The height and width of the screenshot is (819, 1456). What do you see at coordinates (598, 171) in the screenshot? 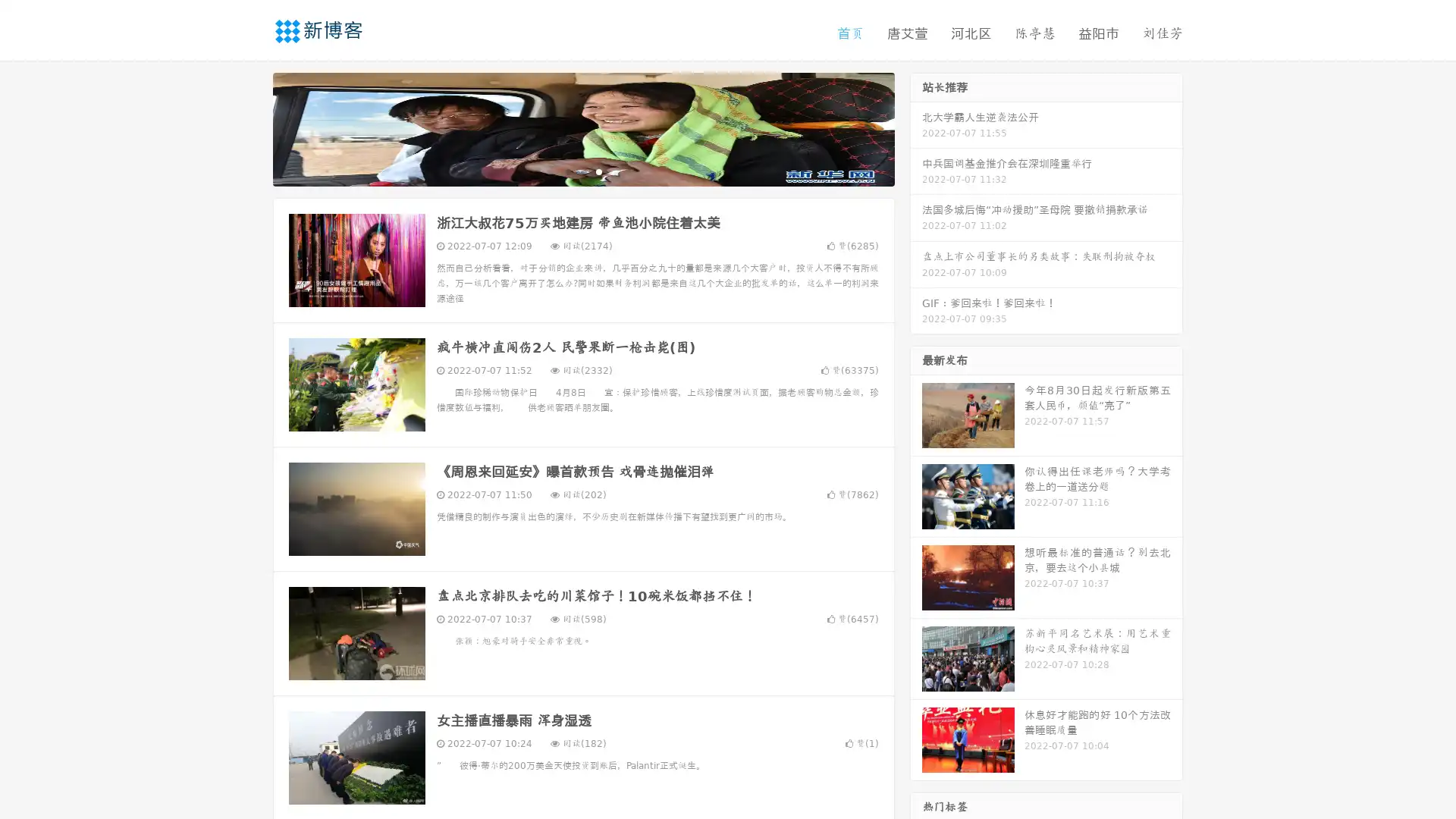
I see `Go to slide 3` at bounding box center [598, 171].